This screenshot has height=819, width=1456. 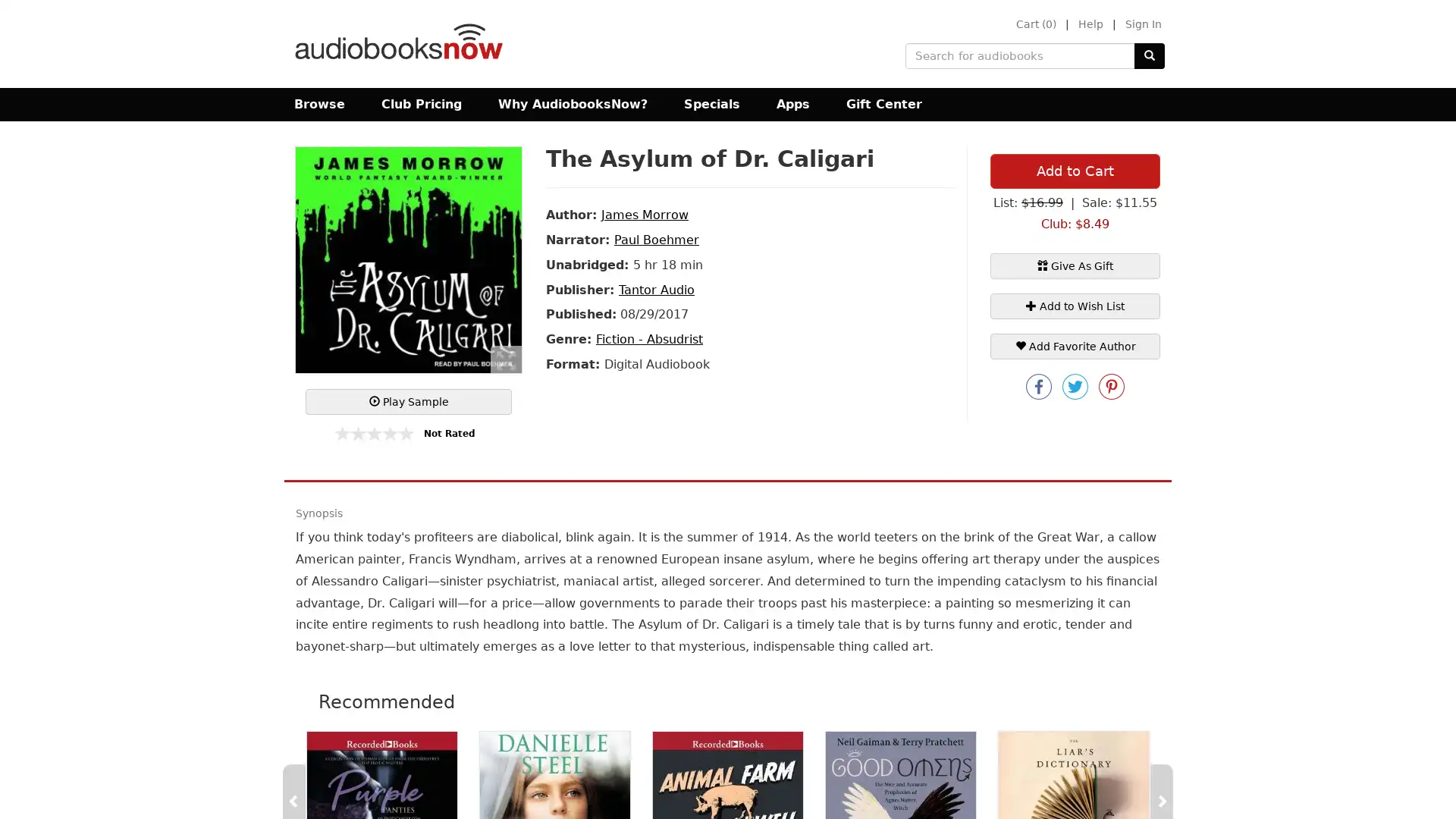 What do you see at coordinates (1074, 346) in the screenshot?
I see `Add Favorite Author` at bounding box center [1074, 346].